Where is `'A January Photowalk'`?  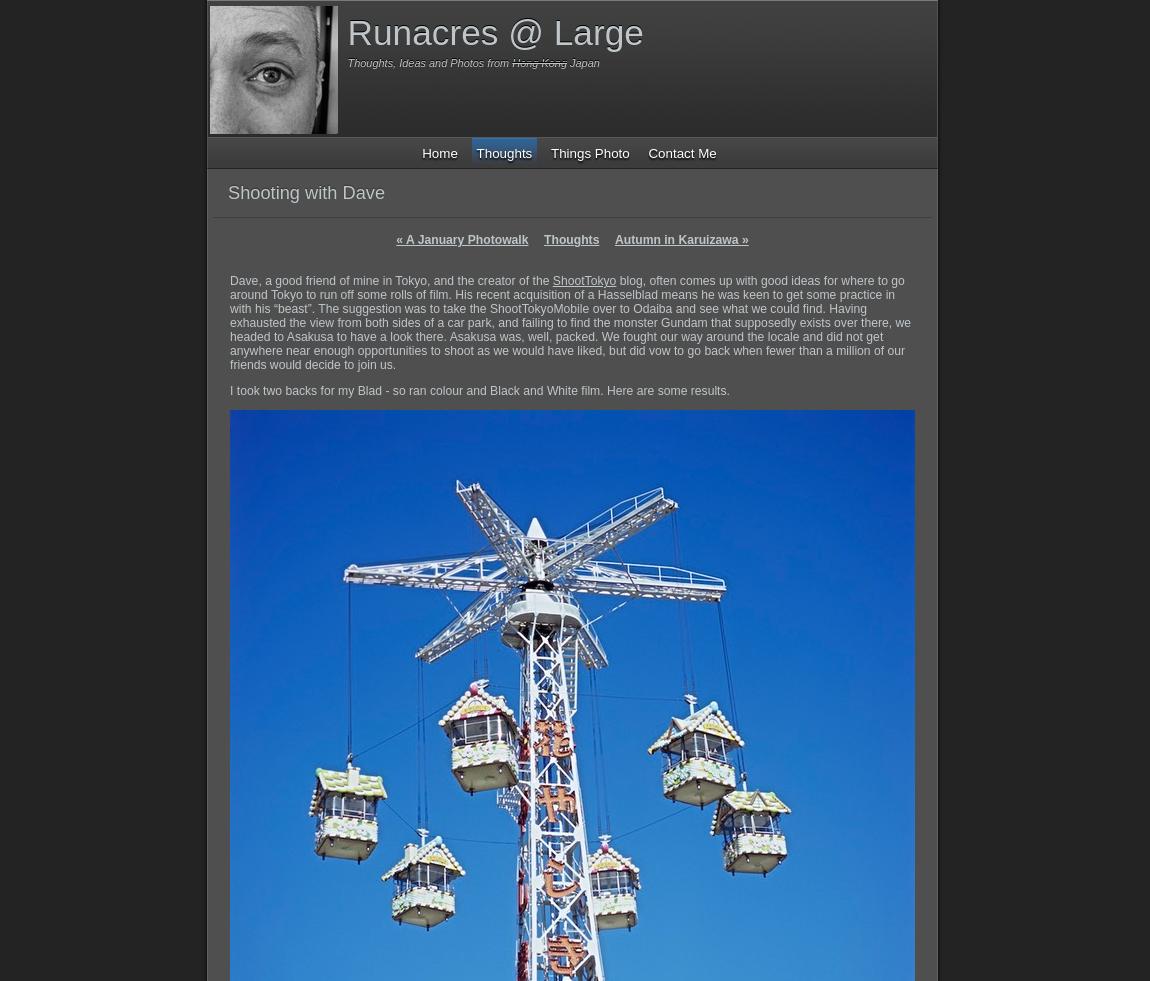
'A January Photowalk' is located at coordinates (465, 238).